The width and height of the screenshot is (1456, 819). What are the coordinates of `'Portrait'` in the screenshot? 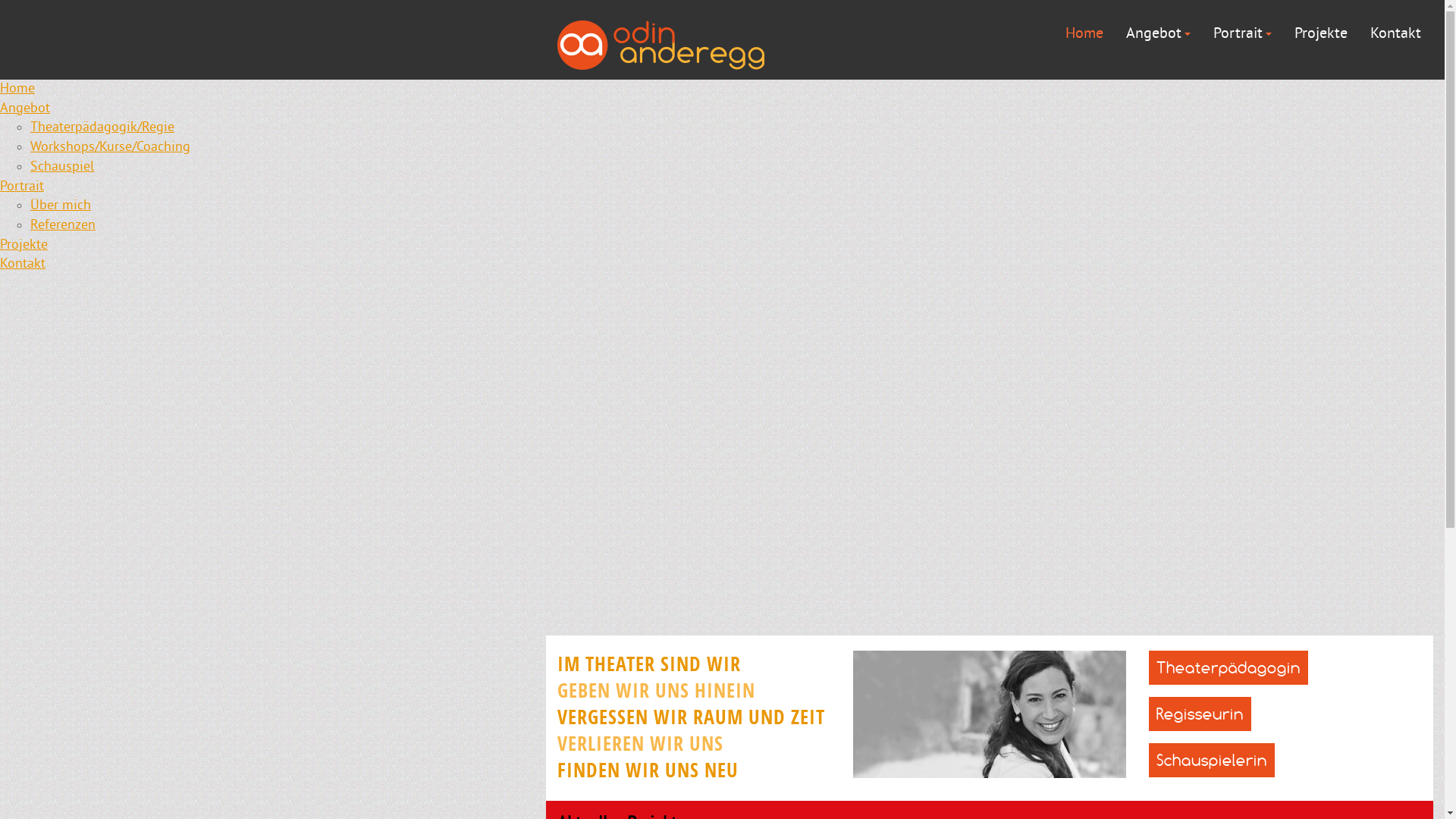 It's located at (1242, 33).